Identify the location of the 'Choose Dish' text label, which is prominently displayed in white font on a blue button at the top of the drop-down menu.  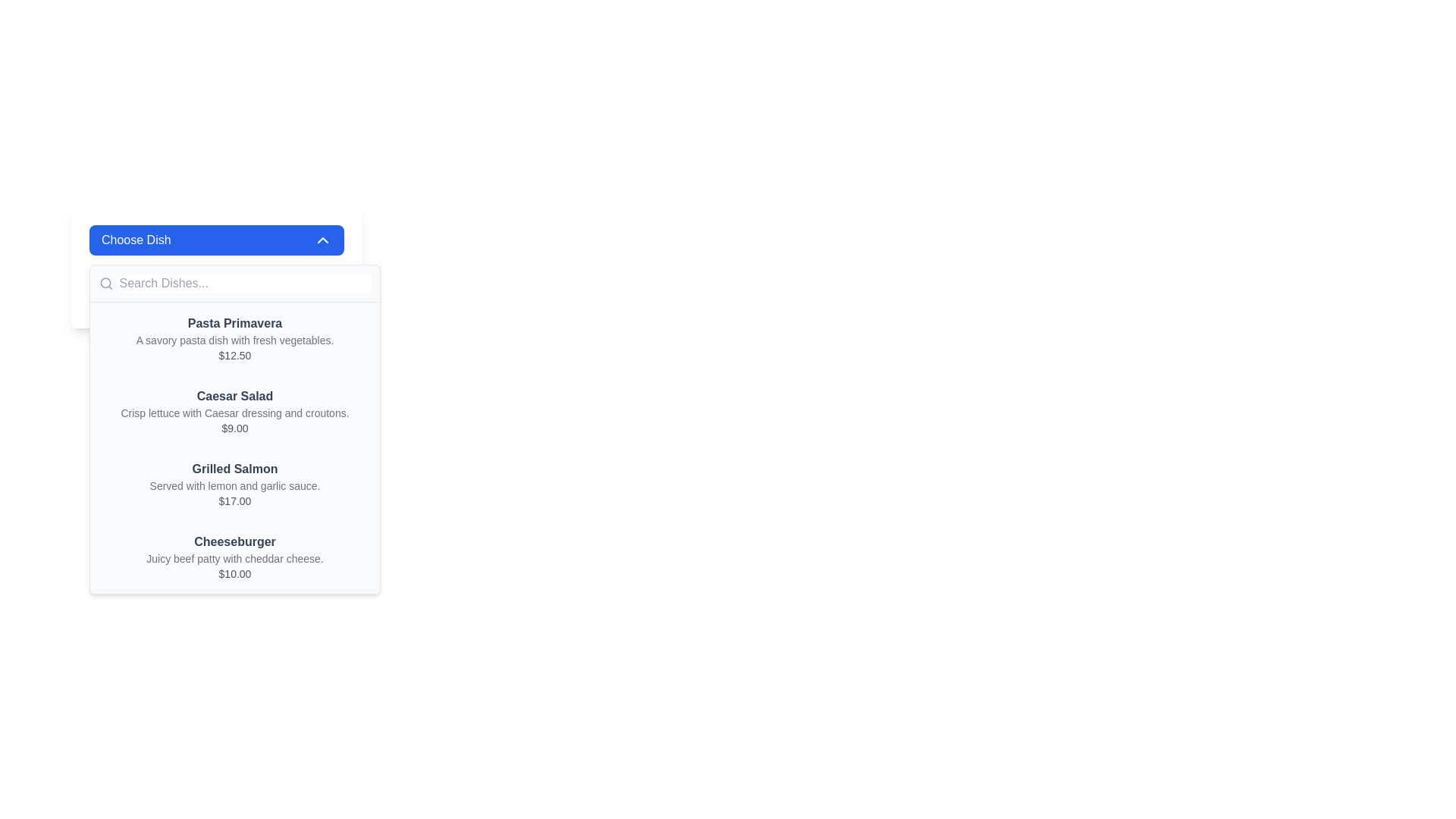
(136, 239).